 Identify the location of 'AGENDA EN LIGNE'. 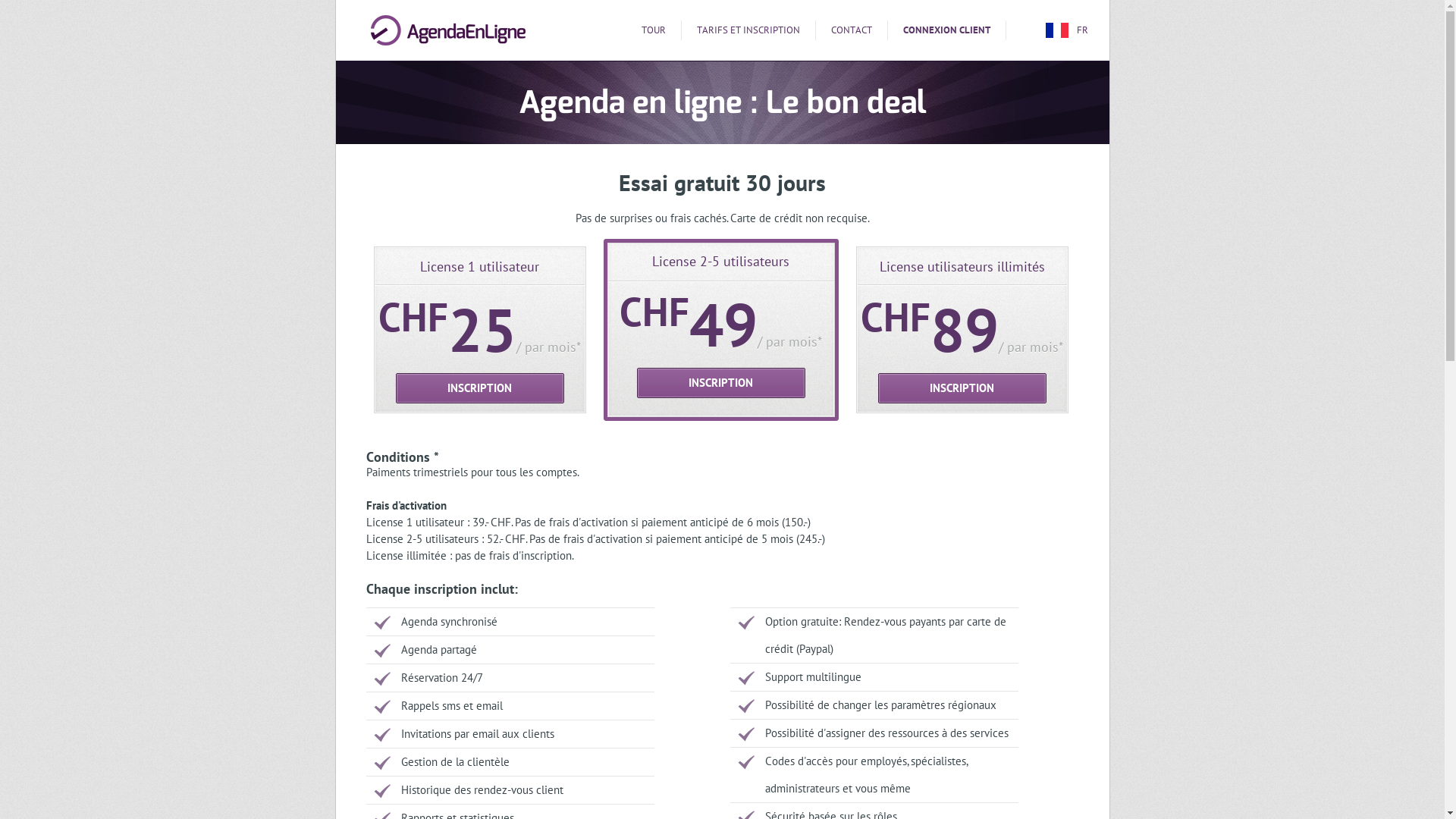
(447, 30).